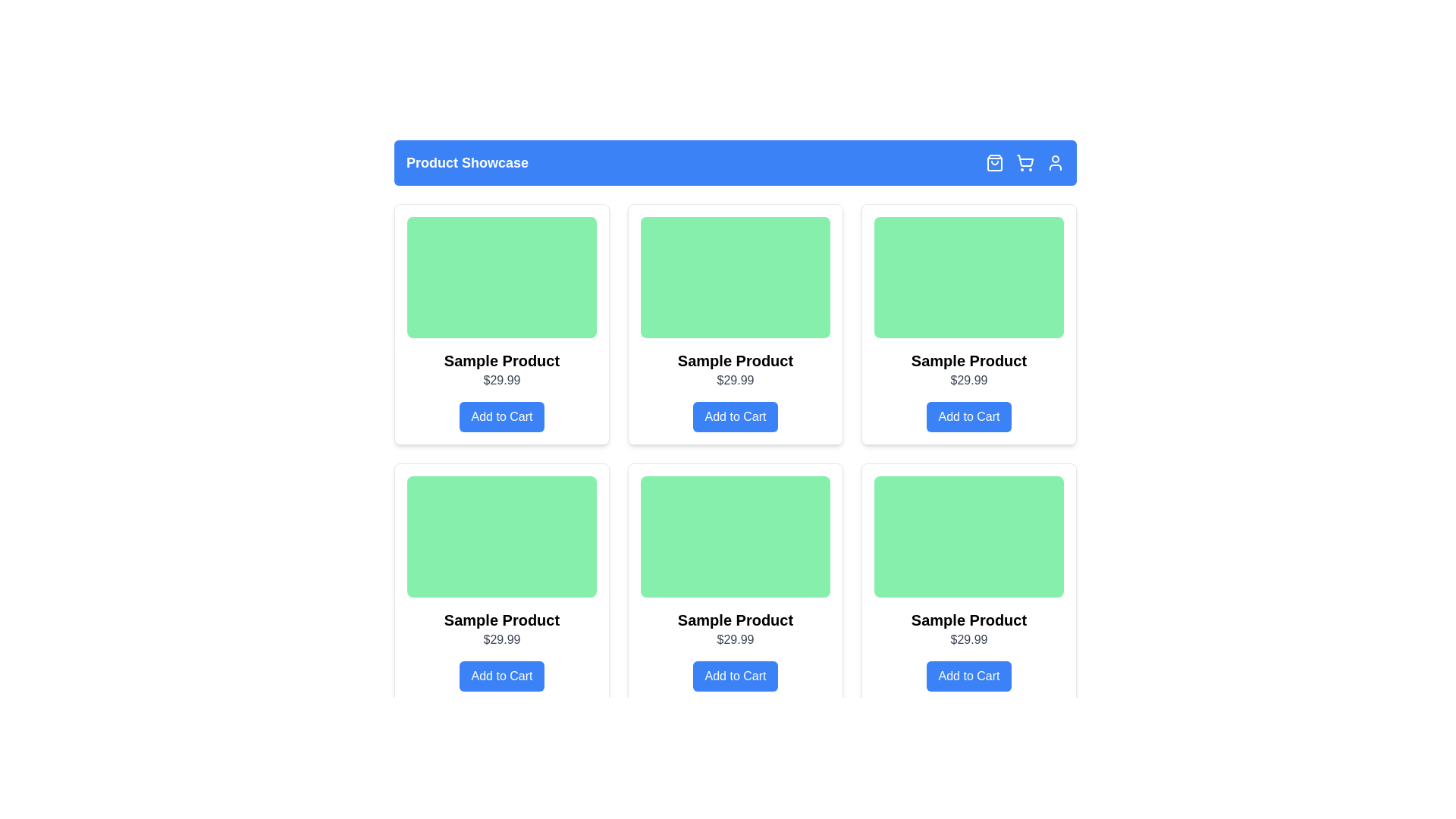 Image resolution: width=1456 pixels, height=819 pixels. Describe the element at coordinates (735, 640) in the screenshot. I see `price text element located directly below the title 'Sample Product' and above the 'Add to Cart' button in the center card of the bottom row` at that location.